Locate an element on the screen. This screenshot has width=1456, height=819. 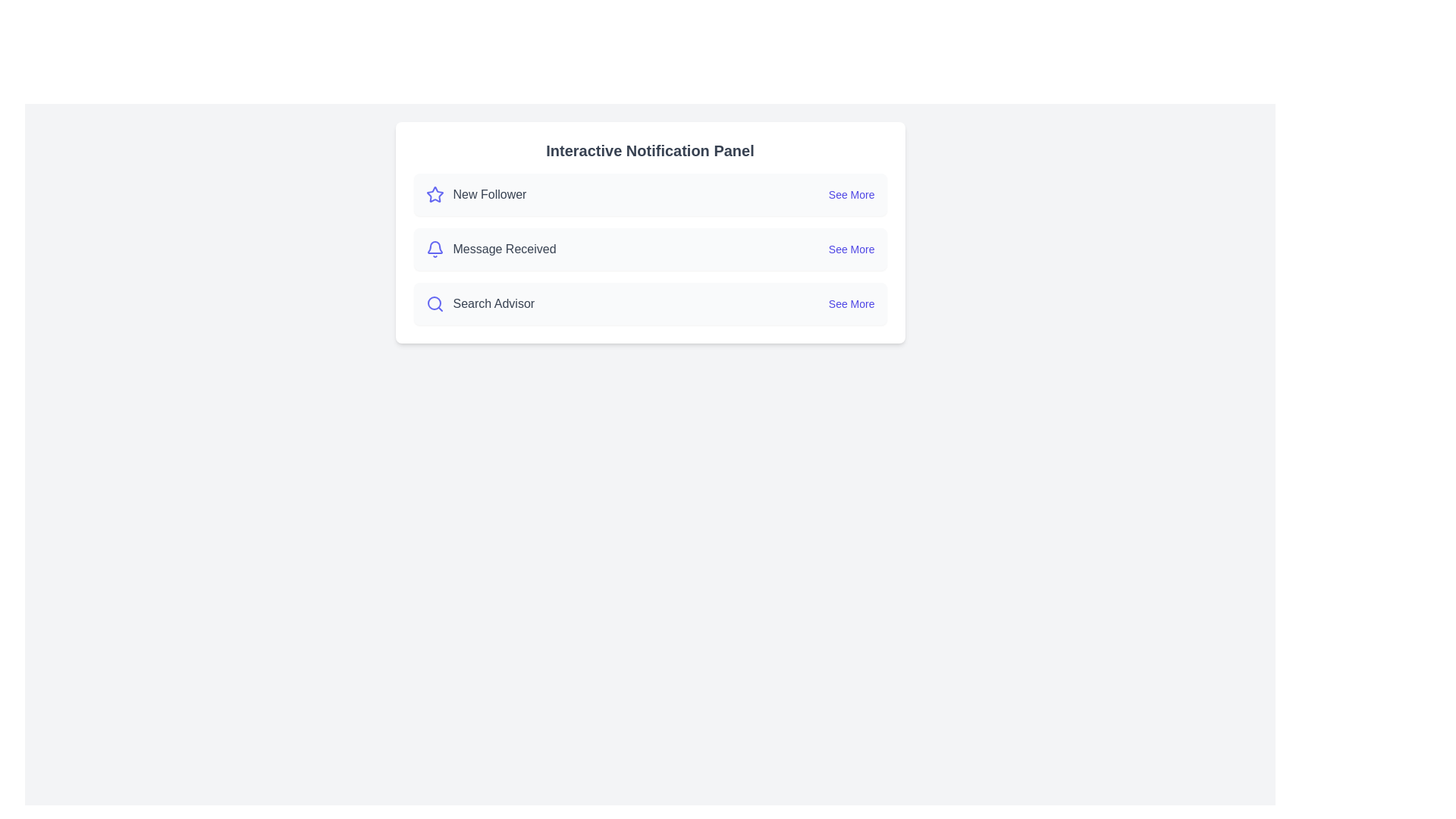
the star-shaped icon with a purple outline located on the left side of the 'New Follower' notification in the notification panel is located at coordinates (434, 194).